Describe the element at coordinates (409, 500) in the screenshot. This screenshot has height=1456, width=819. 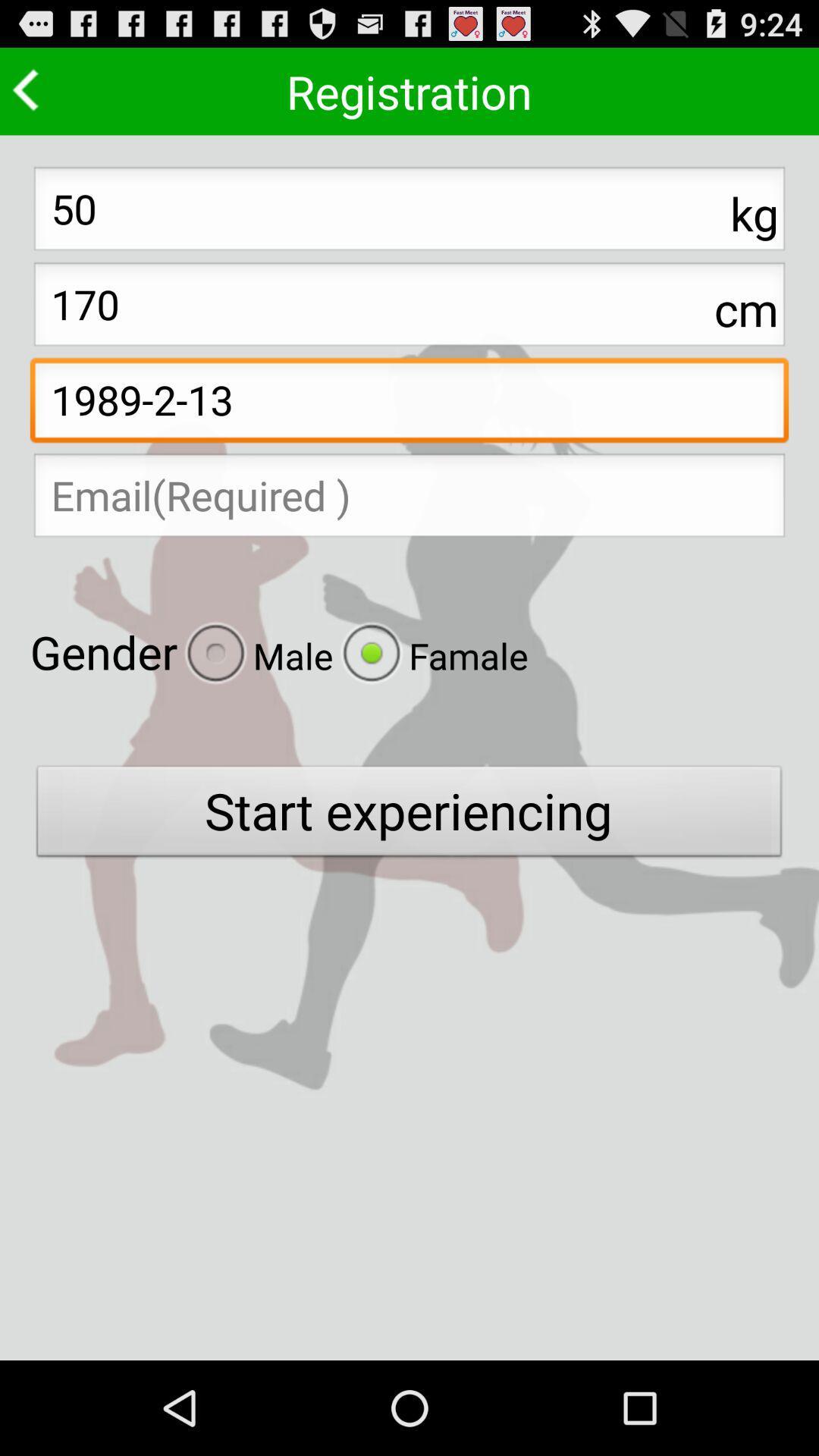
I see `text` at that location.